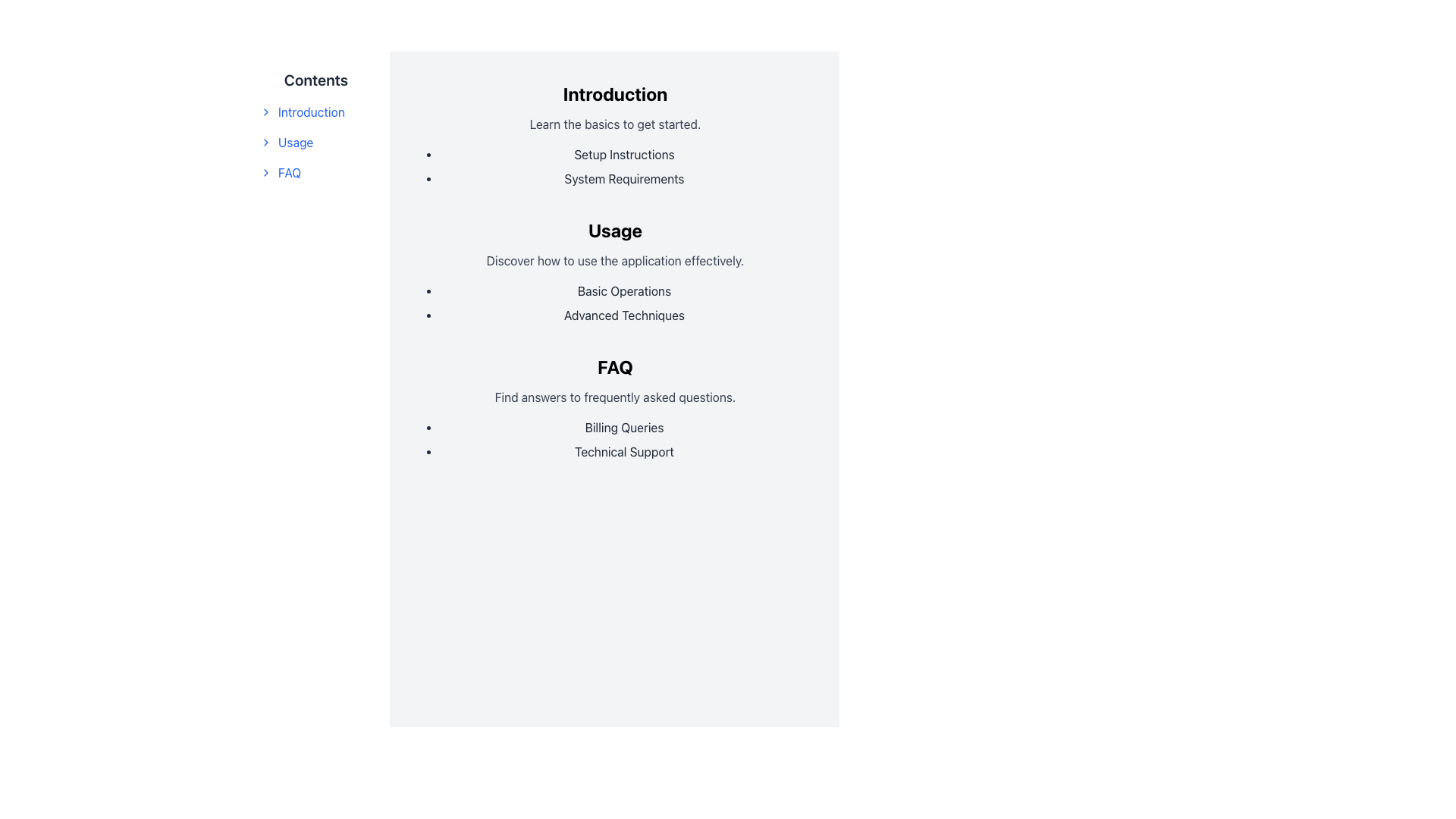 This screenshot has width=1456, height=819. I want to click on the Text Label that provides introductory information about the section beneath the title 'Introduction', so click(615, 124).